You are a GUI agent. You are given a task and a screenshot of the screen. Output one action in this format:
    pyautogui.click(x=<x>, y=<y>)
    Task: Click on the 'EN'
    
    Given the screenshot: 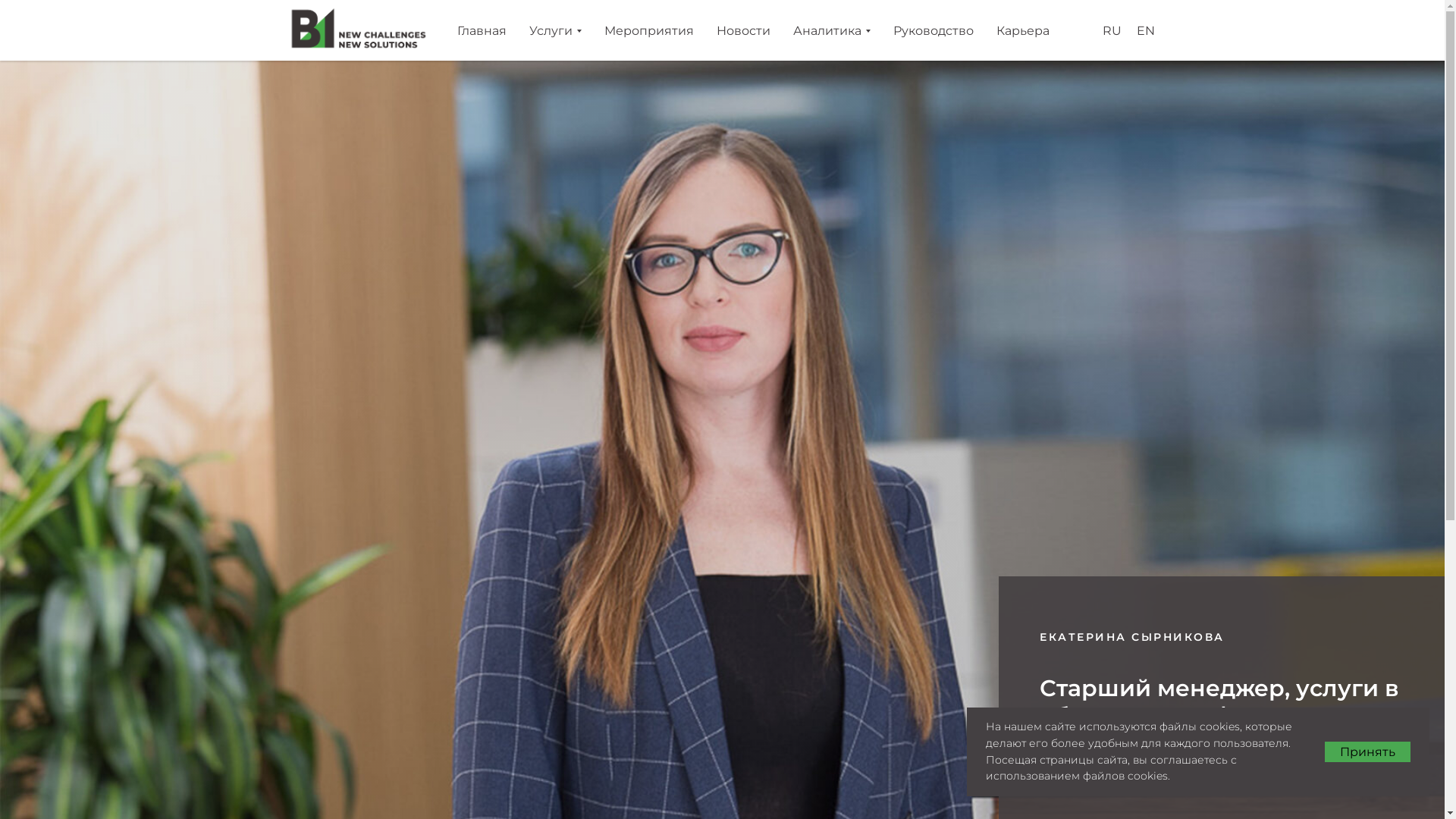 What is the action you would take?
    pyautogui.click(x=1145, y=30)
    